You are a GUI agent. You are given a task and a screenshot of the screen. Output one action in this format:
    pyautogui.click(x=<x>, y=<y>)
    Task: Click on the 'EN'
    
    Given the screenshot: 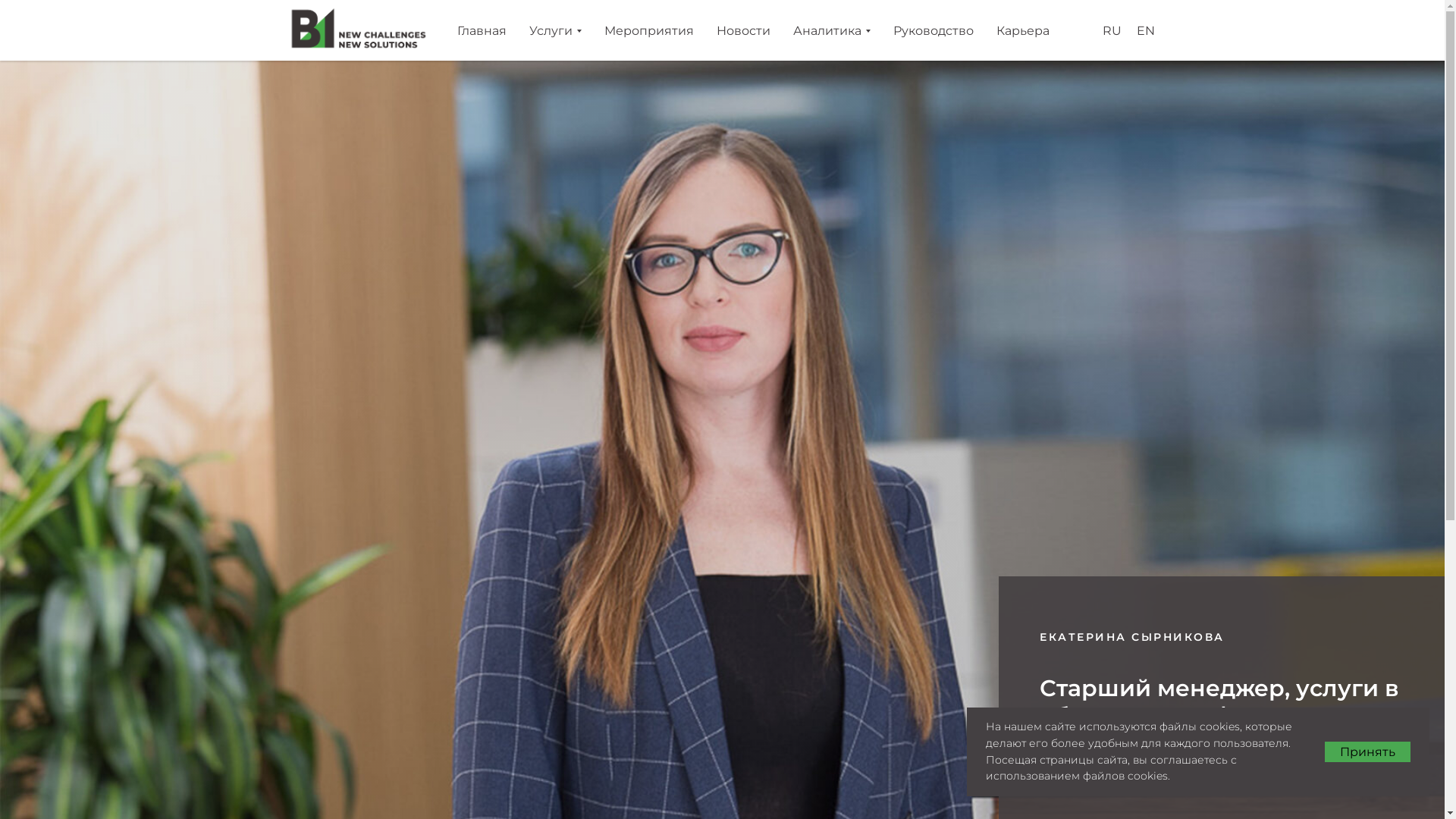 What is the action you would take?
    pyautogui.click(x=1145, y=30)
    